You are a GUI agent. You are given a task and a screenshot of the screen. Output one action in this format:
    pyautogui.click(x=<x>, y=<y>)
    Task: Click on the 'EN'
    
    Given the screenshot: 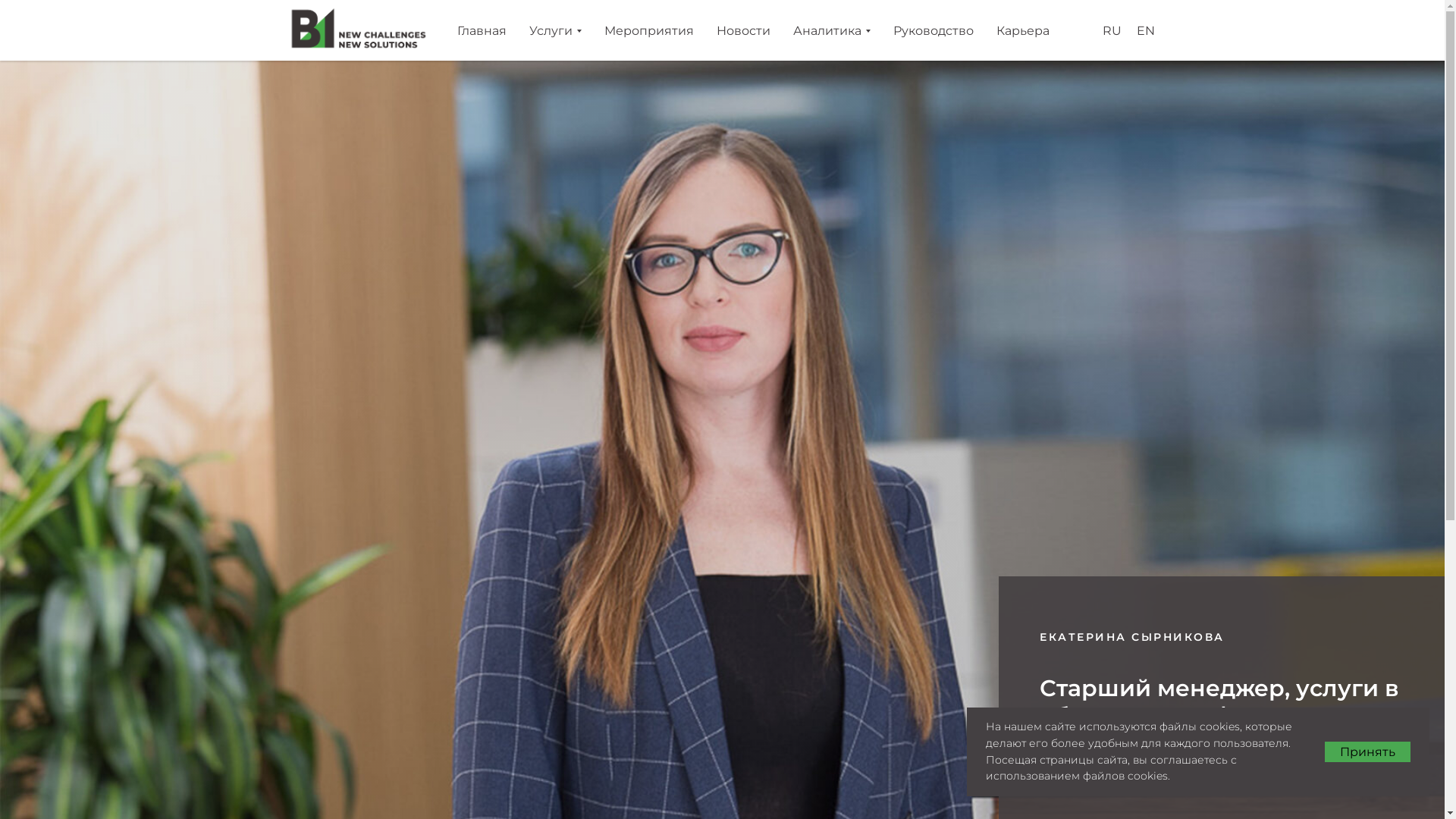 What is the action you would take?
    pyautogui.click(x=1145, y=30)
    